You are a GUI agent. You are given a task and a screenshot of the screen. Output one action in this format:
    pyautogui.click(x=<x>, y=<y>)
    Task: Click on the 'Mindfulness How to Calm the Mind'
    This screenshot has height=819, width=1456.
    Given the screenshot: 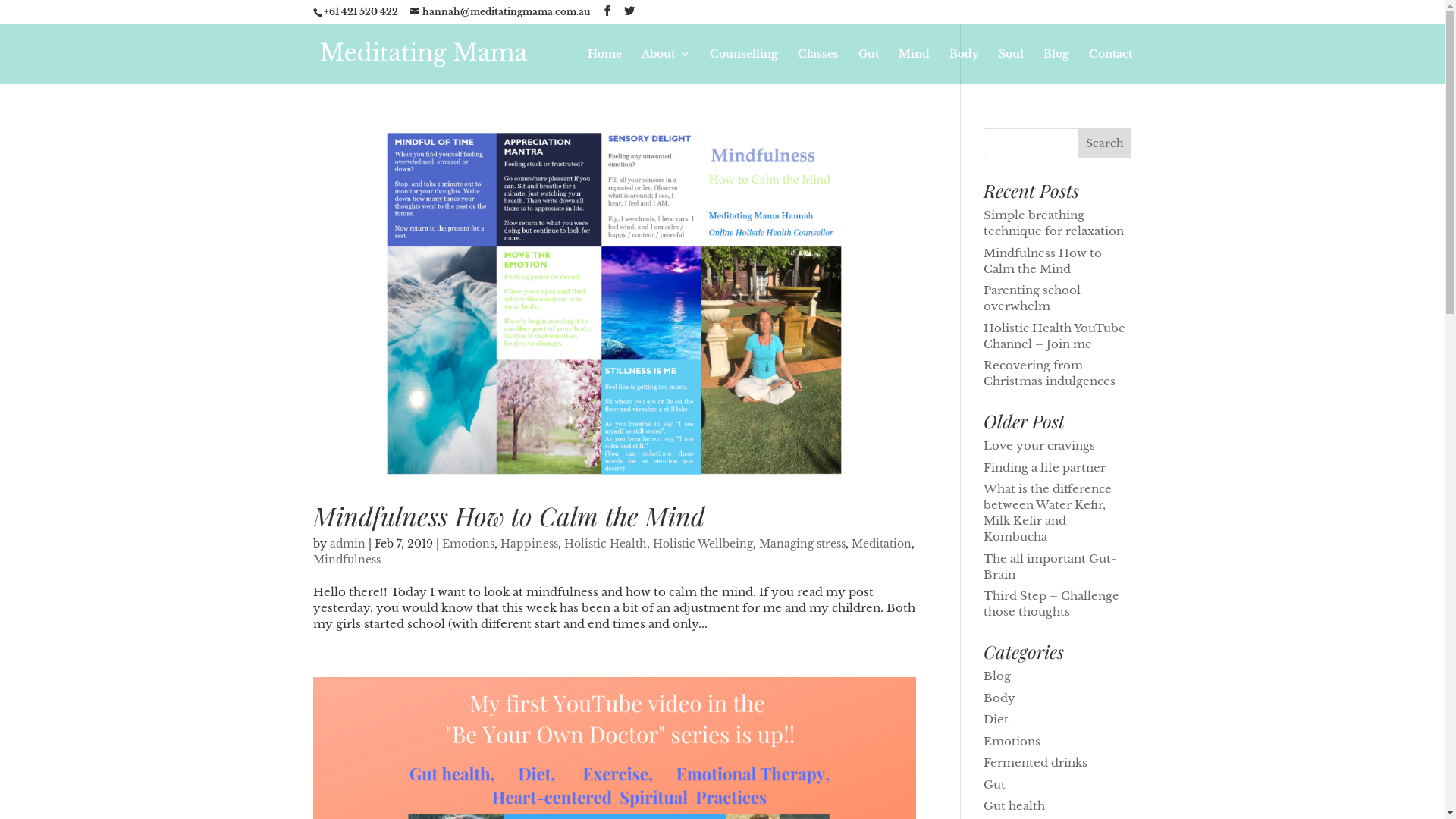 What is the action you would take?
    pyautogui.click(x=508, y=514)
    